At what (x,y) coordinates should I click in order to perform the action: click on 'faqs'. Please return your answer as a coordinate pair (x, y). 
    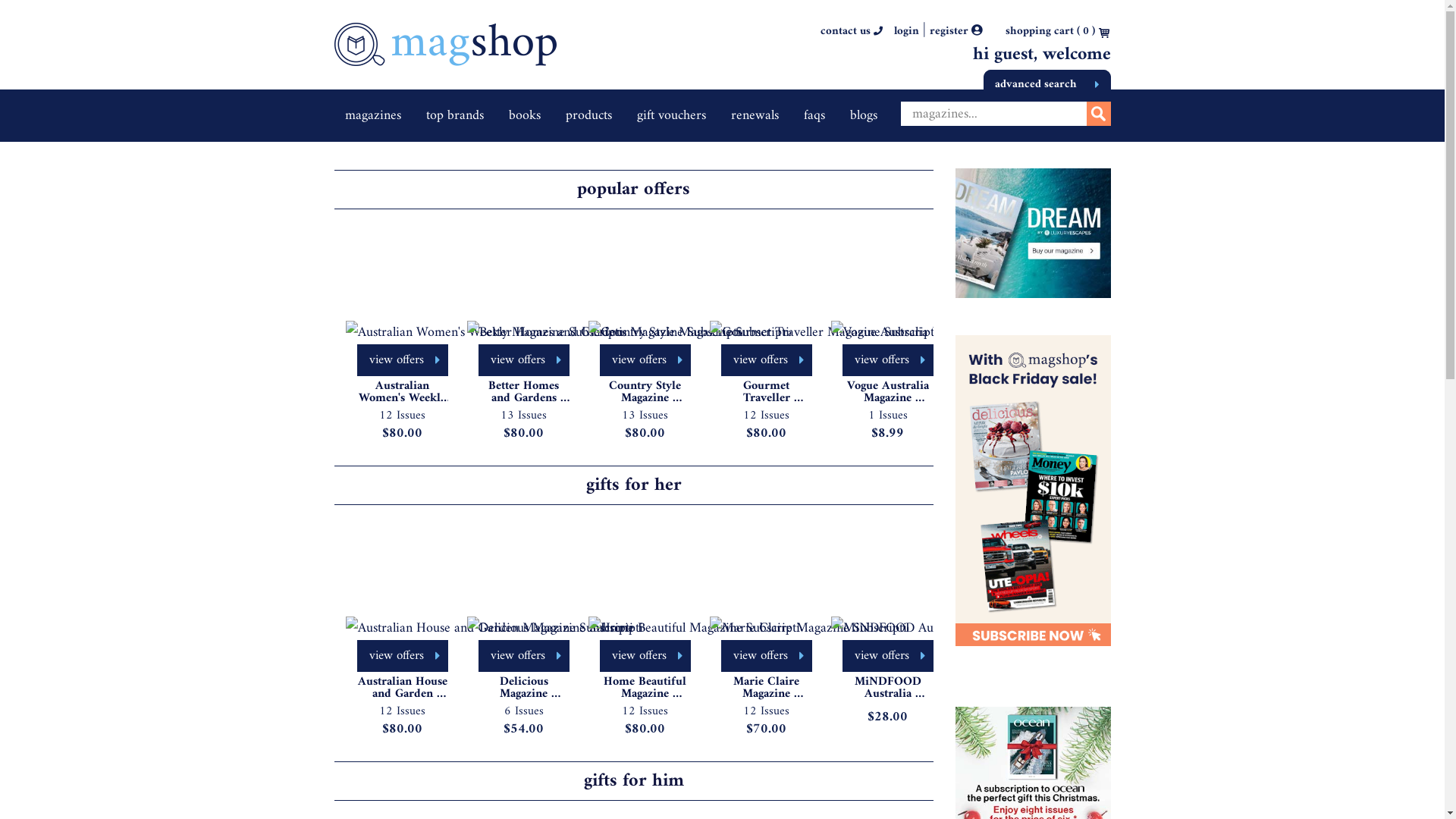
    Looking at the image, I should click on (814, 115).